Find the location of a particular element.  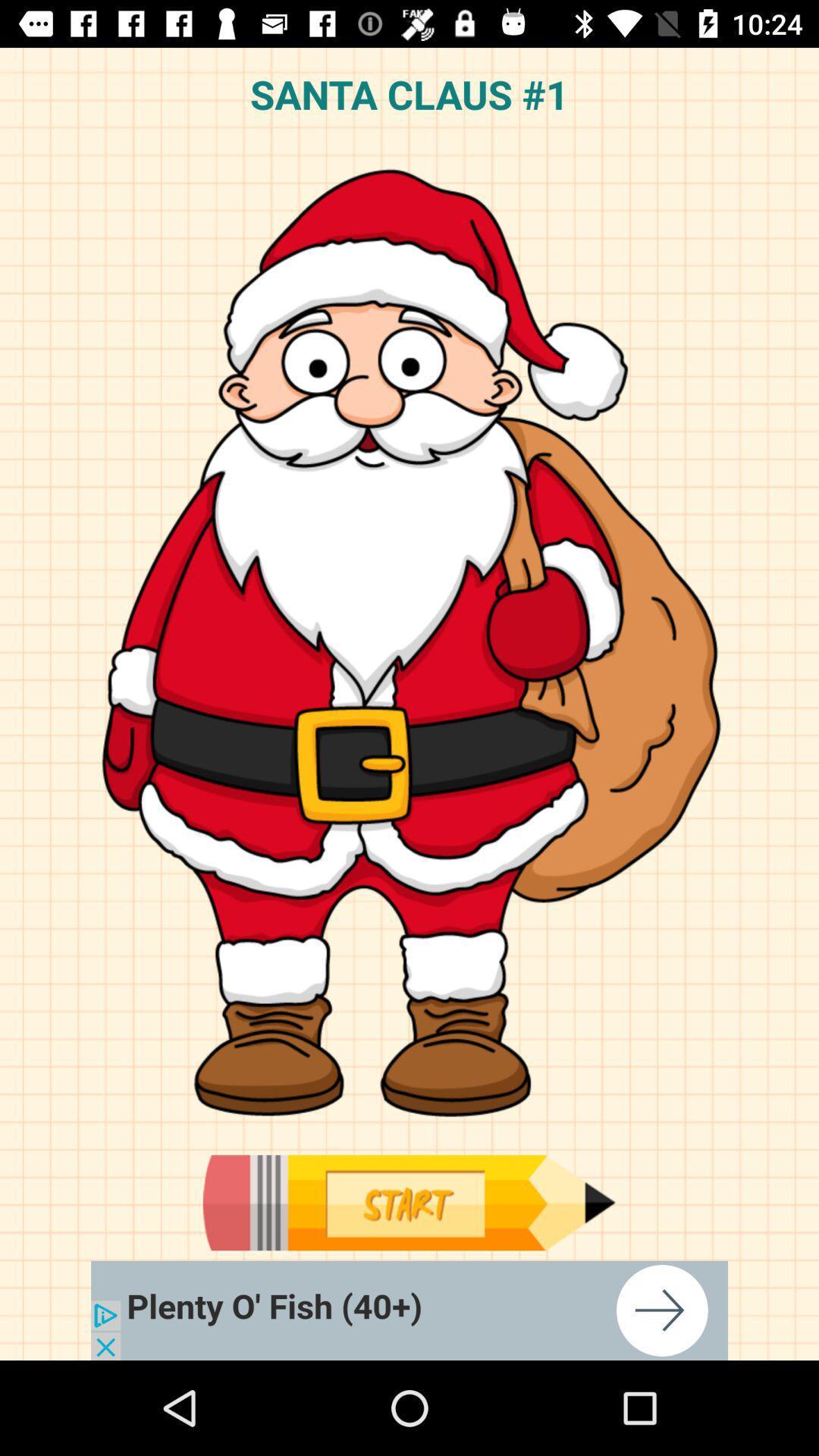

plenty o fish advertisement is located at coordinates (409, 1310).